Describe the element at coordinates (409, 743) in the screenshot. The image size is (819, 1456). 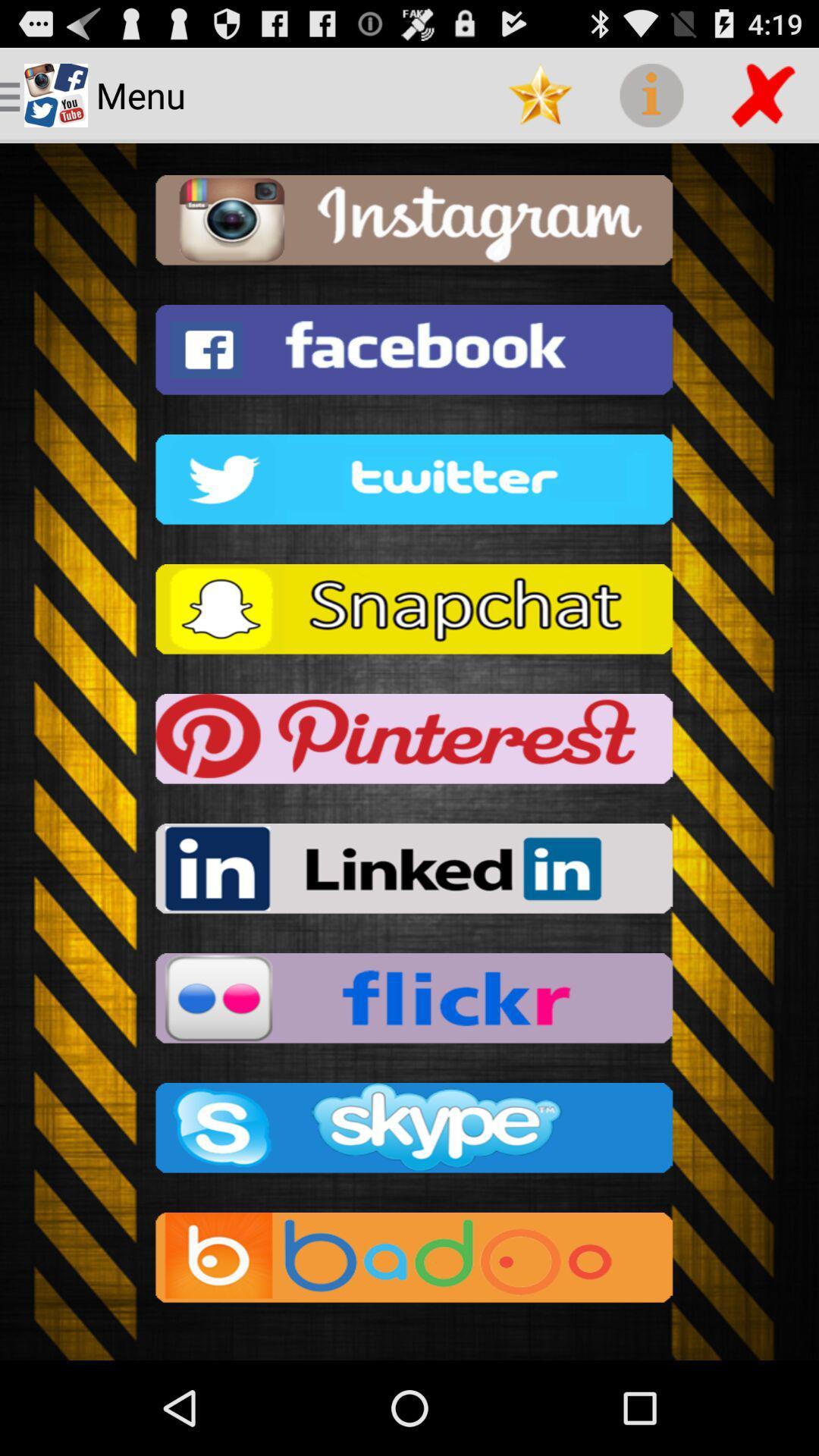
I see `open pinterest` at that location.